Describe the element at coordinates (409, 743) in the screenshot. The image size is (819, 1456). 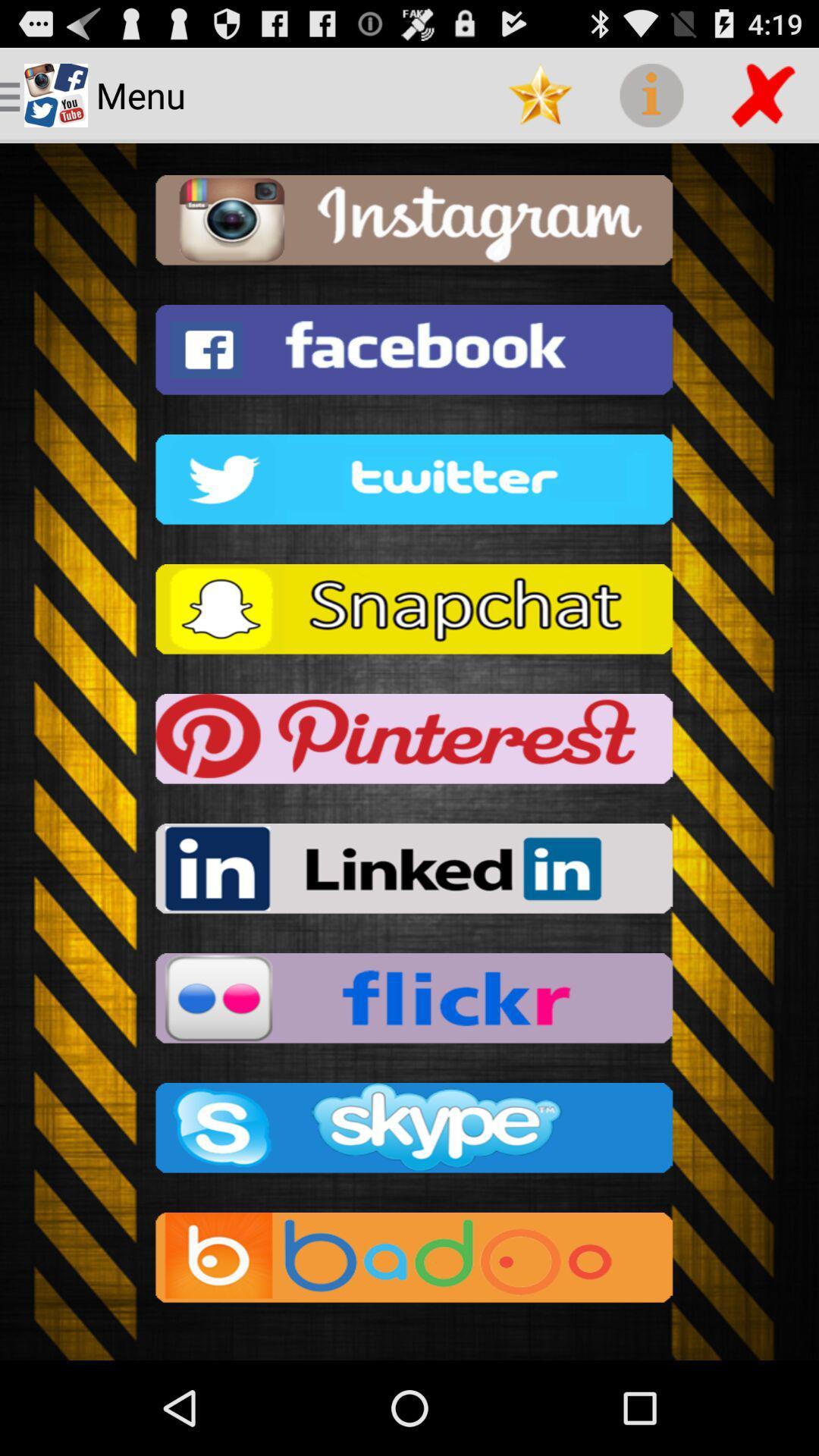
I see `open pinterest` at that location.